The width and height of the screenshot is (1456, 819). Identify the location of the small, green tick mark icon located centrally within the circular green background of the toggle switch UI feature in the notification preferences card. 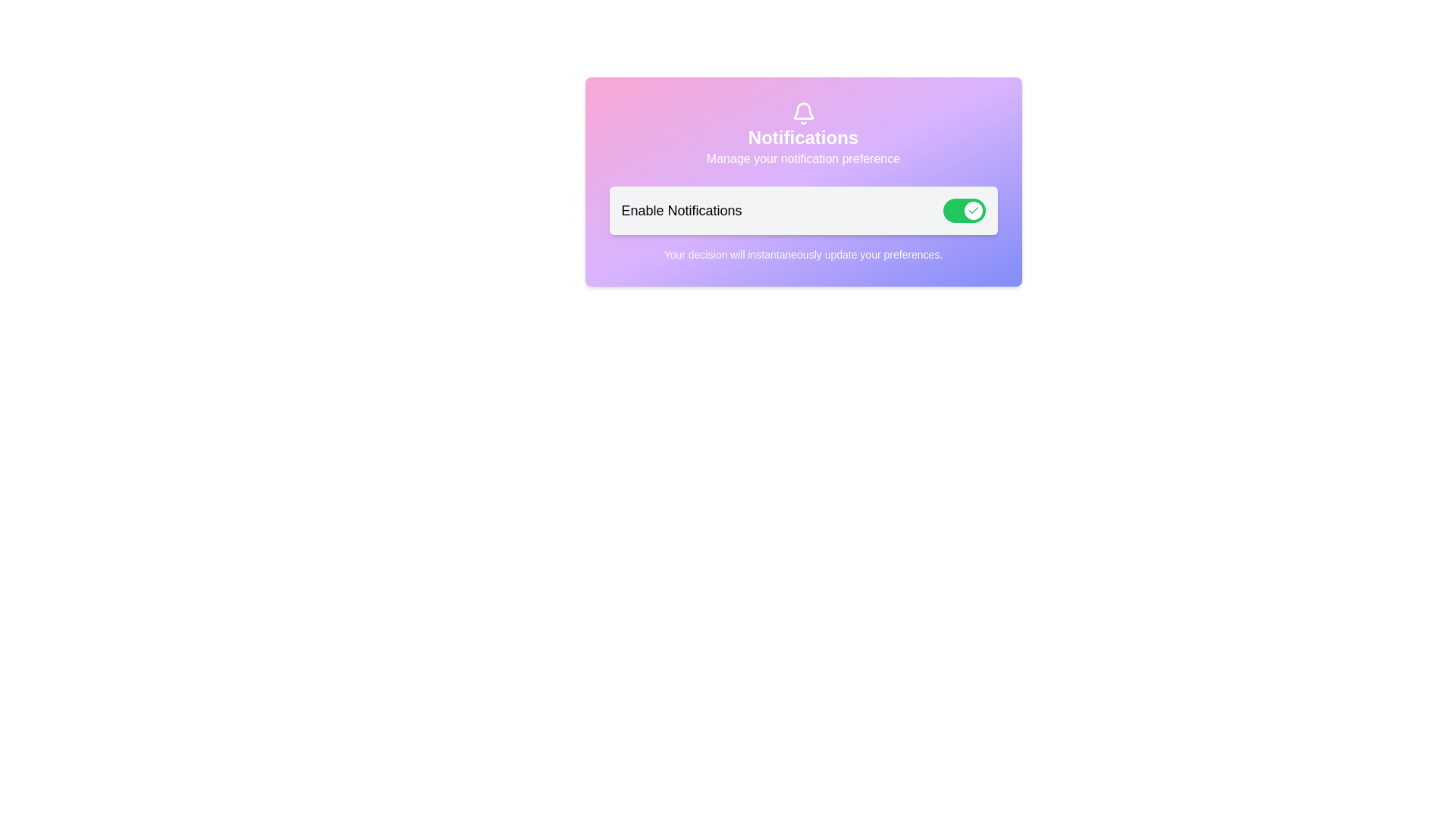
(973, 210).